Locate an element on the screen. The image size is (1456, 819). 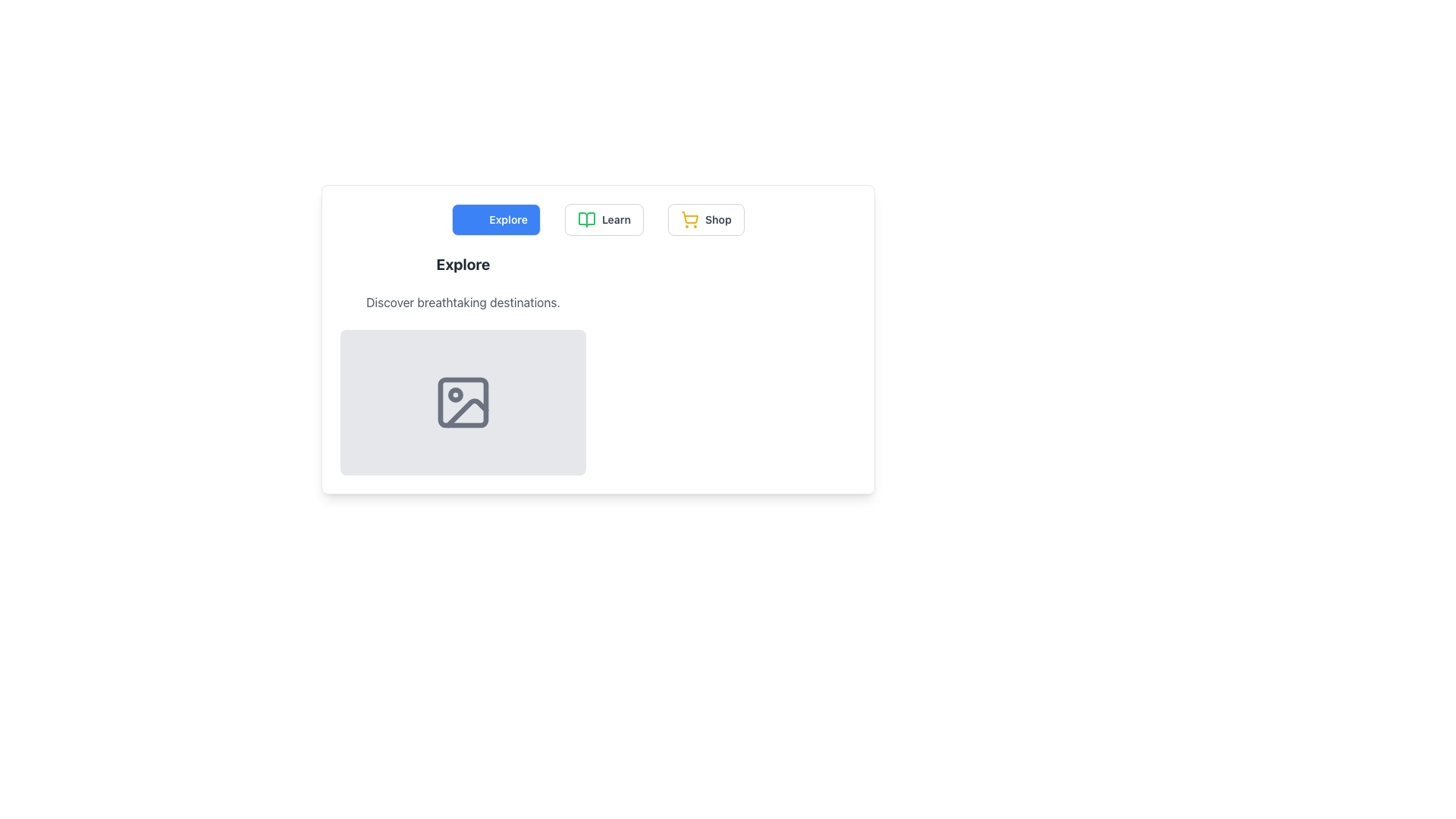
the Image Placeholder, which is a rectangular element with a light gray background and a centered image icon, positioned below the text 'Explore' and 'Discover breathtaking destinations.' is located at coordinates (462, 402).